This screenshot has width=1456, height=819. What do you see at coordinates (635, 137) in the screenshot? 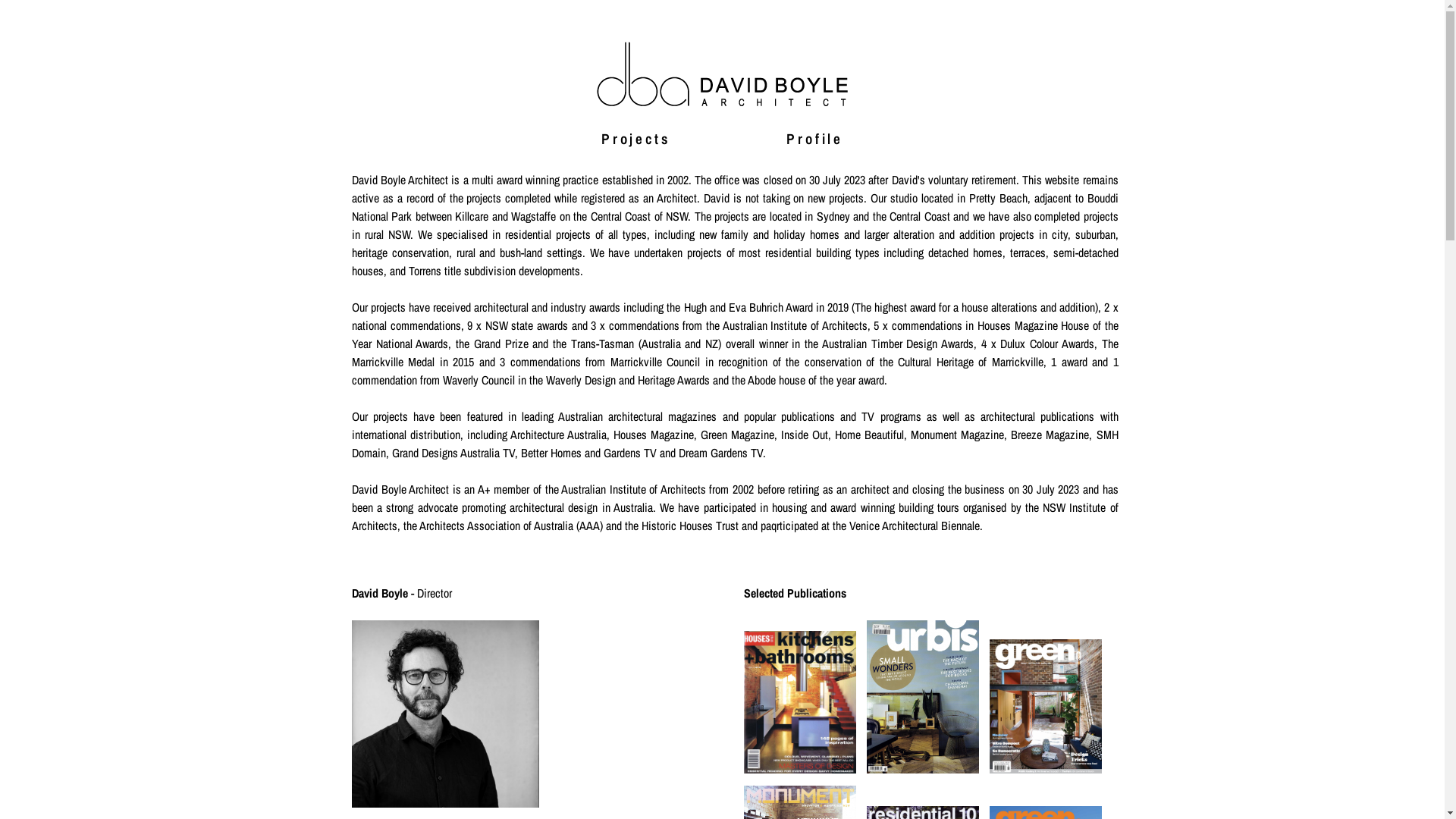
I see `'Projects'` at bounding box center [635, 137].